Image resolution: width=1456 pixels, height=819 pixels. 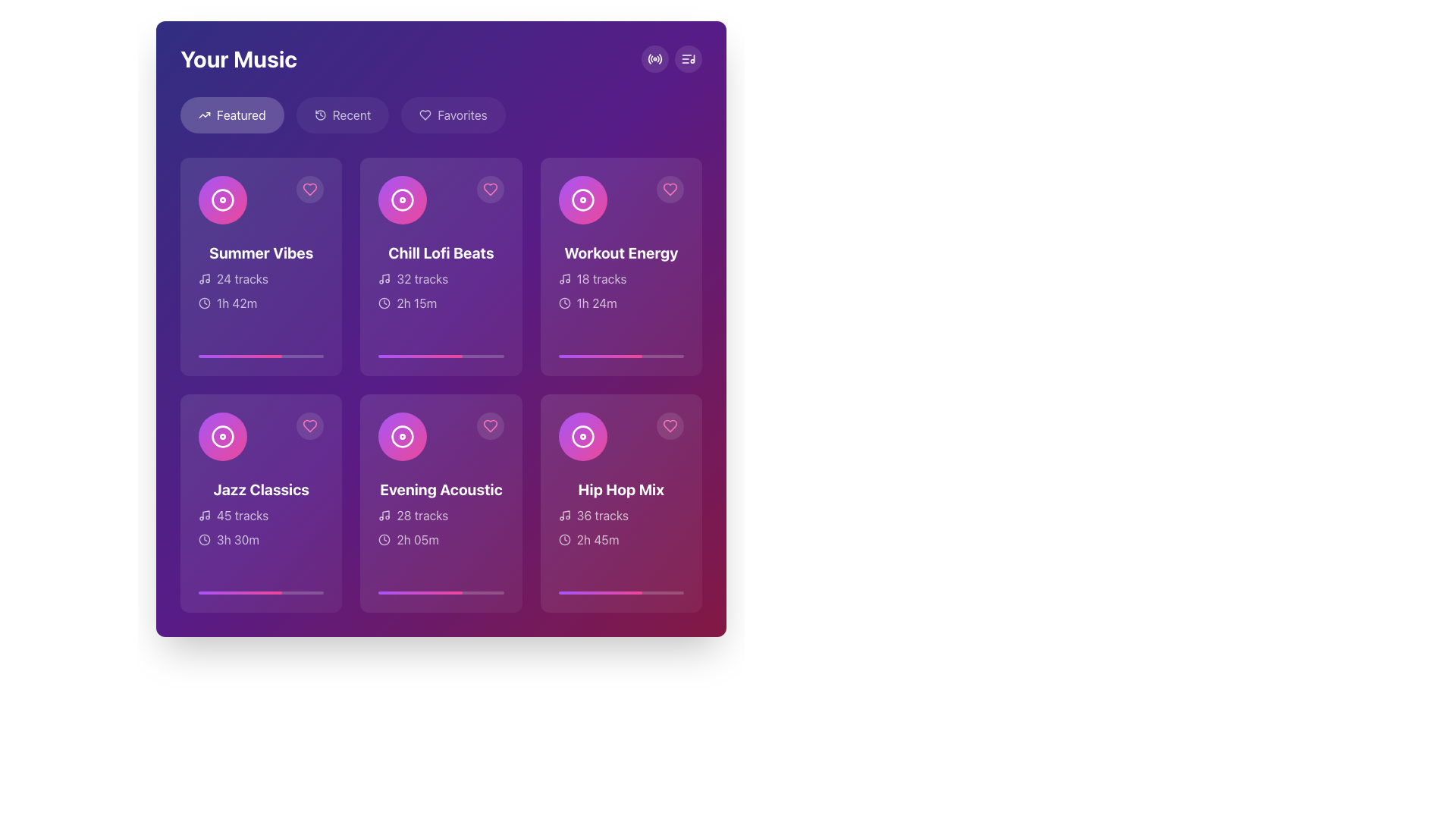 I want to click on the Graphic Icon representing the 'Chill Lofi Beats' card theme, which is located in the top-middle card of the grid layout, so click(x=403, y=199).